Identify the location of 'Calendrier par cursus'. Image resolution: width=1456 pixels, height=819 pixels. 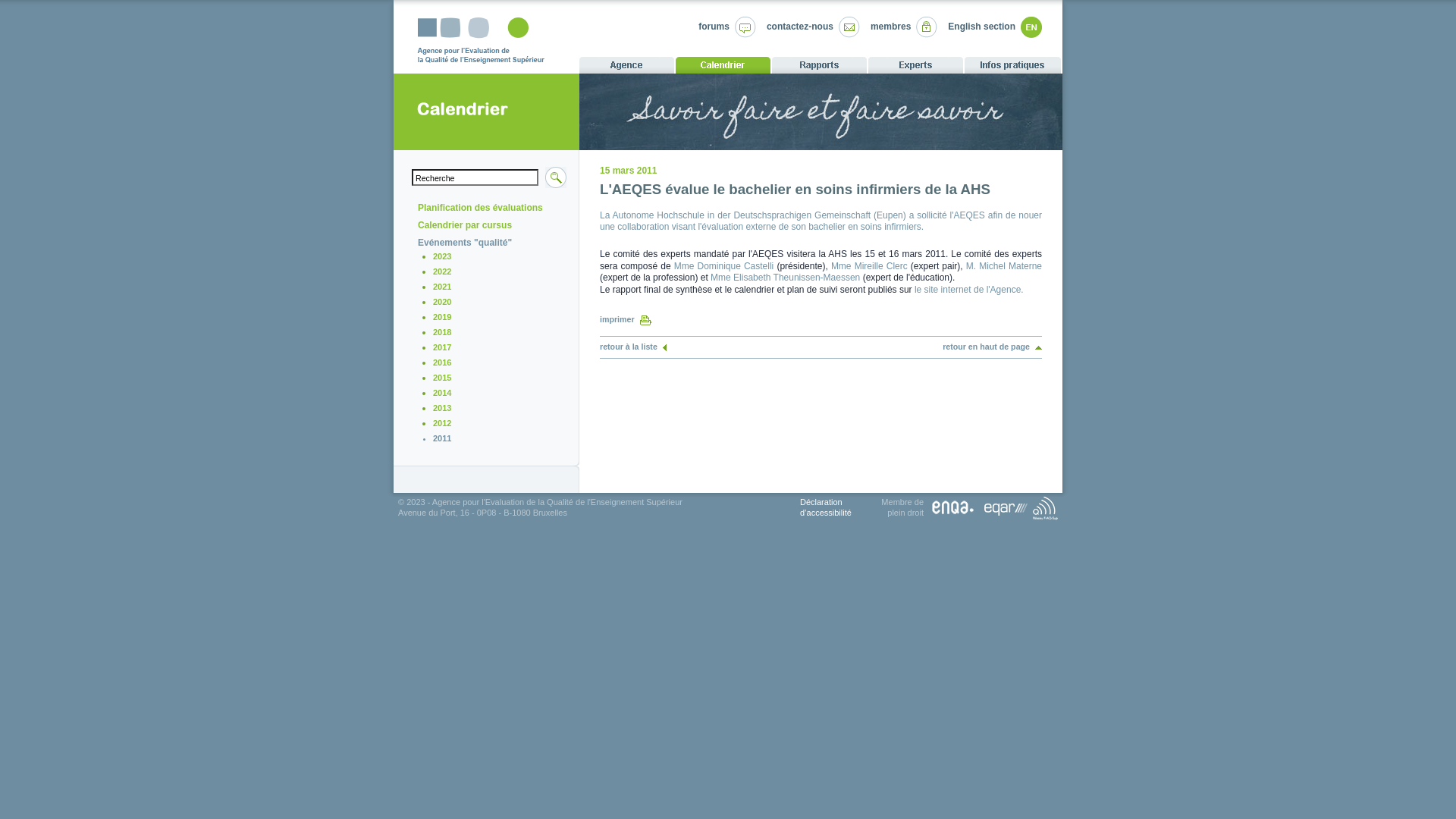
(464, 225).